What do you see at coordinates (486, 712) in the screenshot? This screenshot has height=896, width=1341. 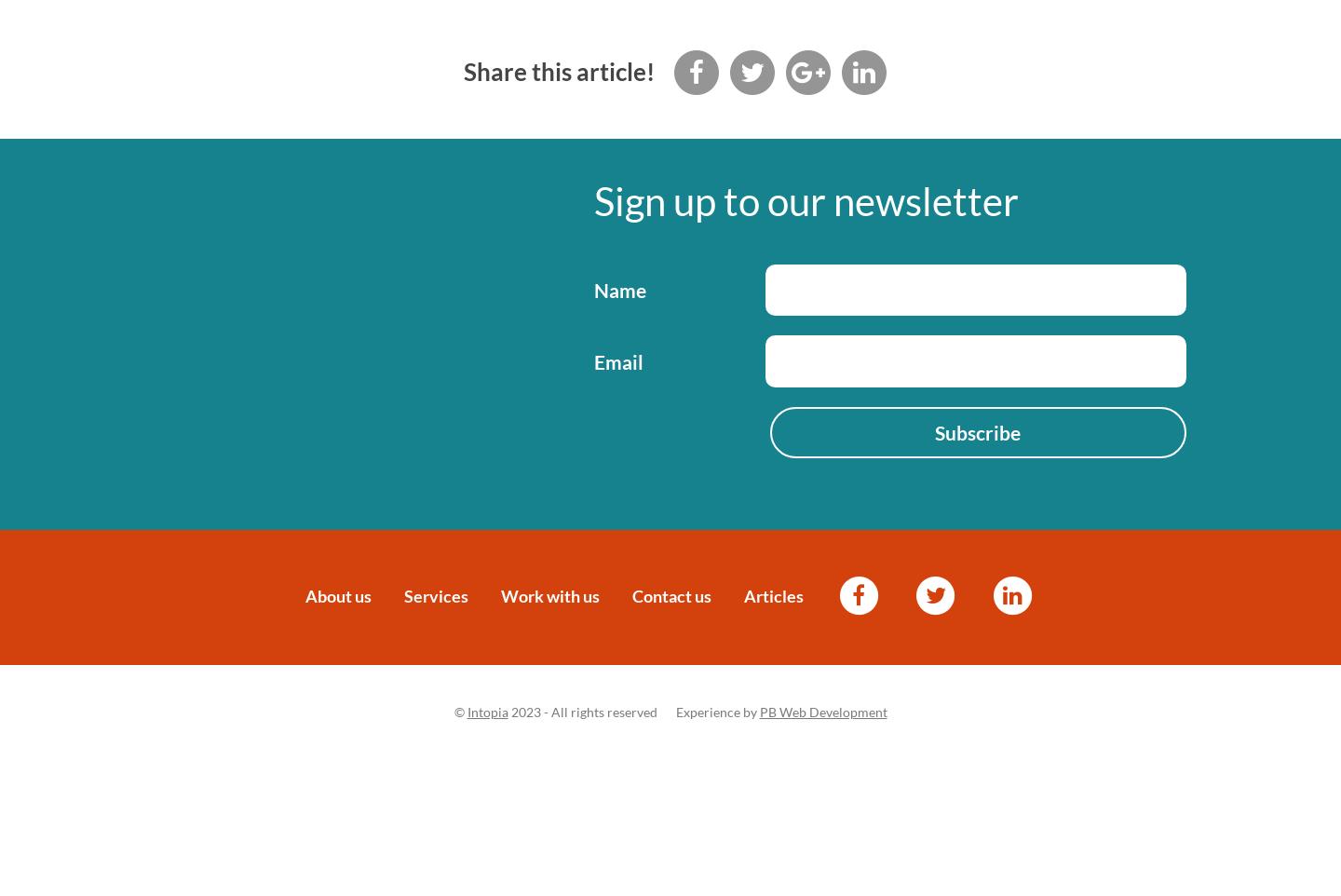 I see `'Intopia'` at bounding box center [486, 712].